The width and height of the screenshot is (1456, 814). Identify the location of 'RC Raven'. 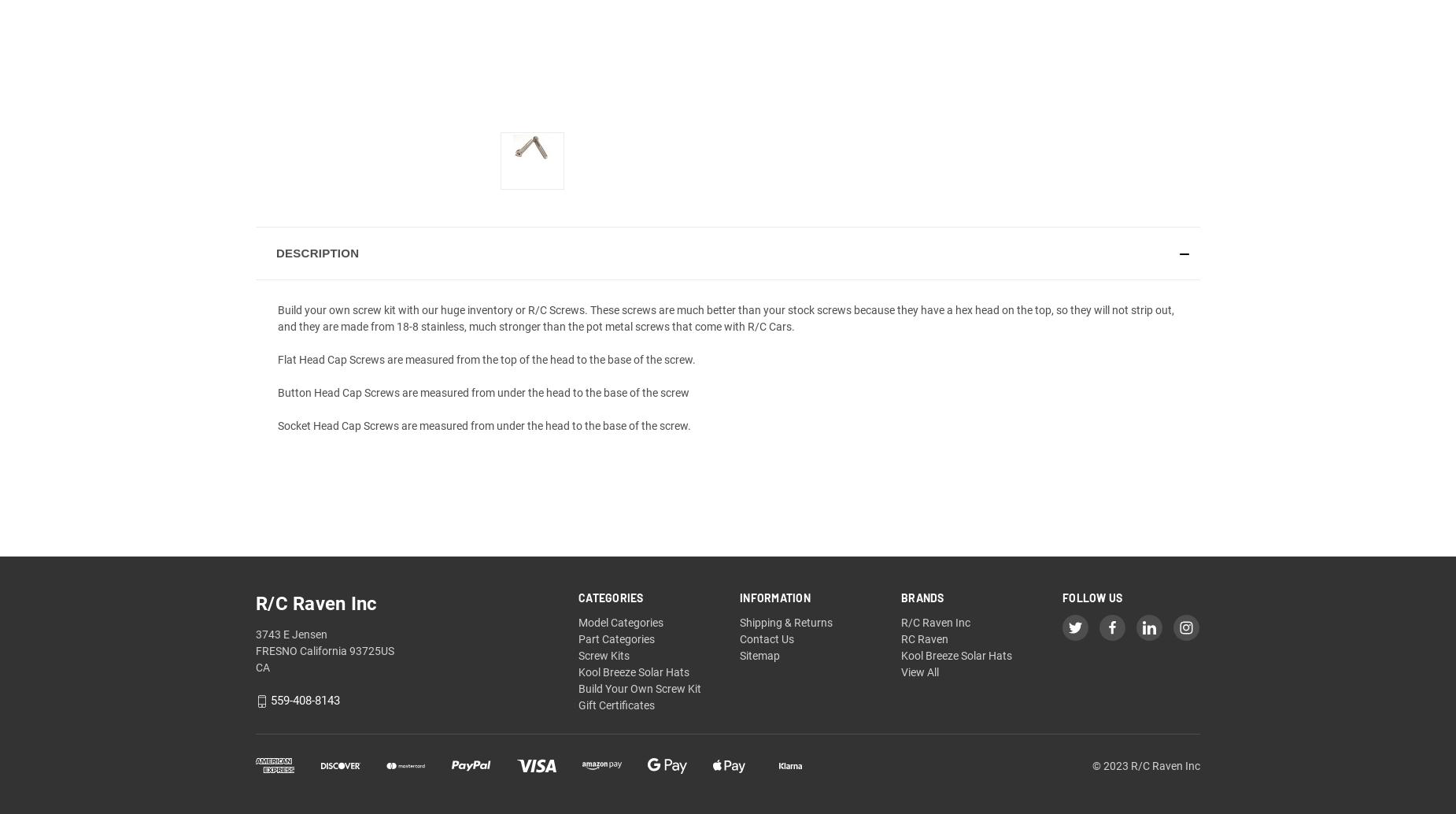
(923, 638).